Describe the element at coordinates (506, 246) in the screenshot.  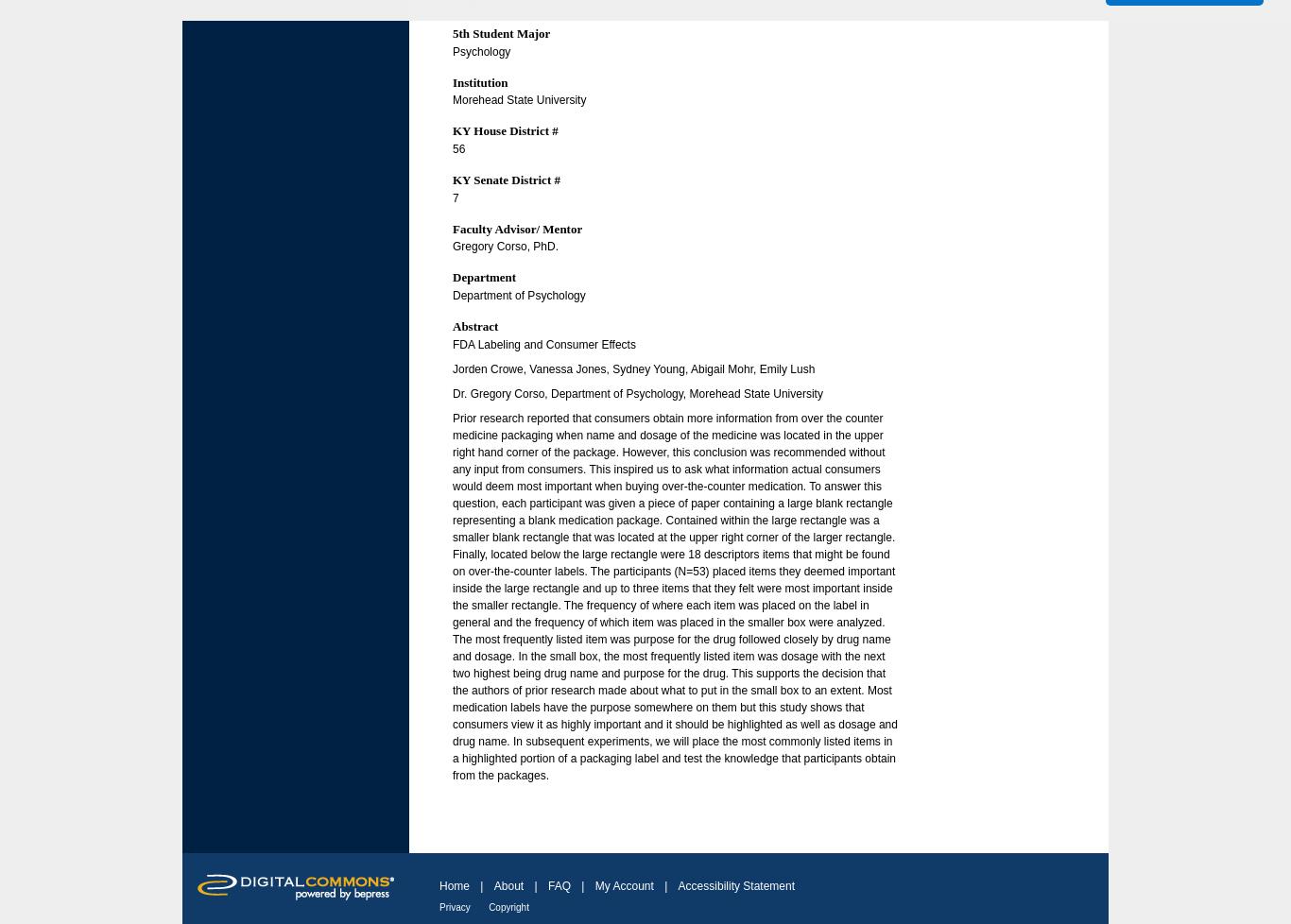
I see `'Gregory Corso, PhD.'` at that location.